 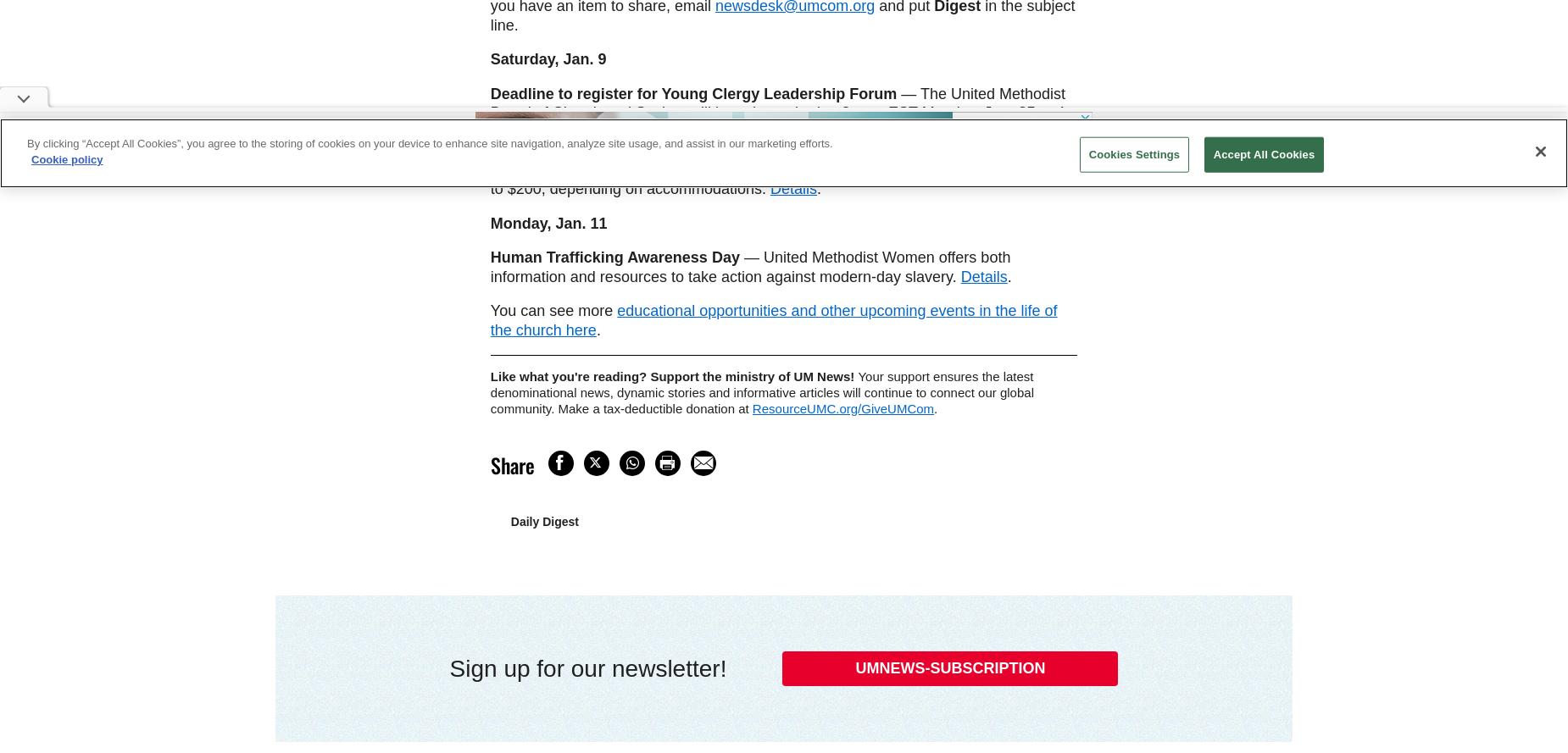 What do you see at coordinates (512, 463) in the screenshot?
I see `'Share'` at bounding box center [512, 463].